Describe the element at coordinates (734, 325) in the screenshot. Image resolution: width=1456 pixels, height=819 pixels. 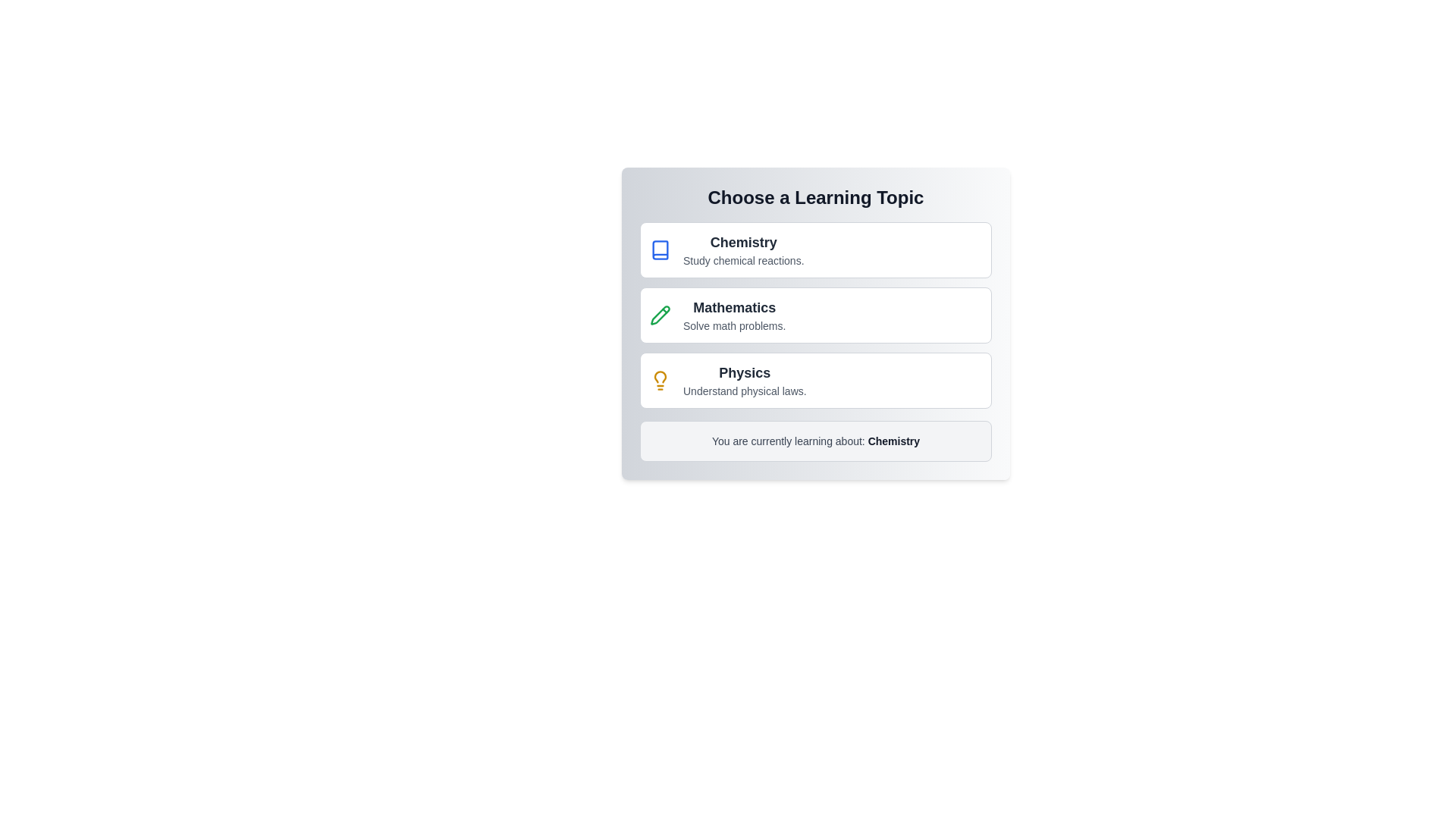
I see `descriptive text label for the 'Mathematics' category located within the second selectable card in the 'Choose a Learning Topic' section` at that location.